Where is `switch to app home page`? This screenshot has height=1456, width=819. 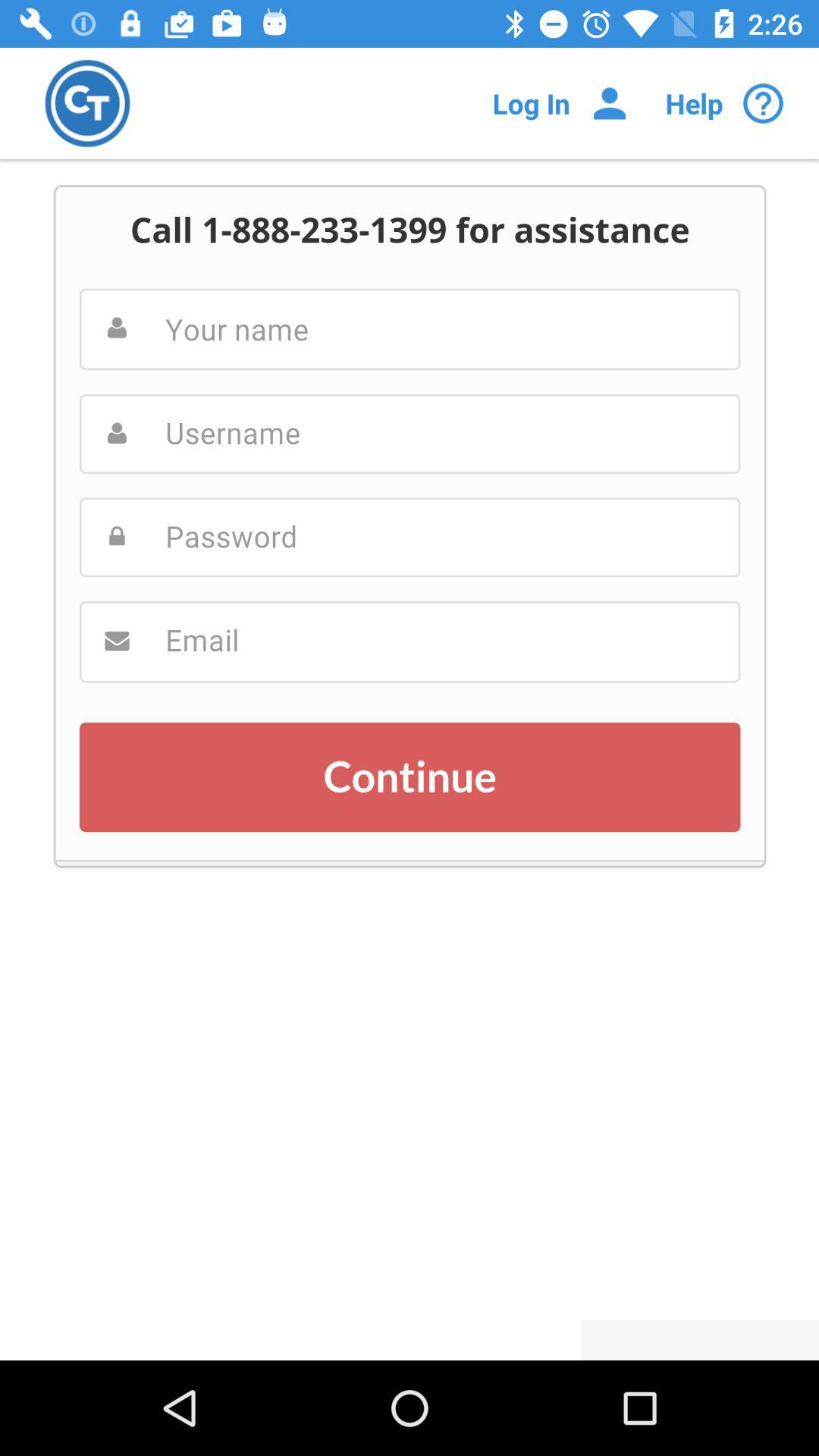 switch to app home page is located at coordinates (87, 102).